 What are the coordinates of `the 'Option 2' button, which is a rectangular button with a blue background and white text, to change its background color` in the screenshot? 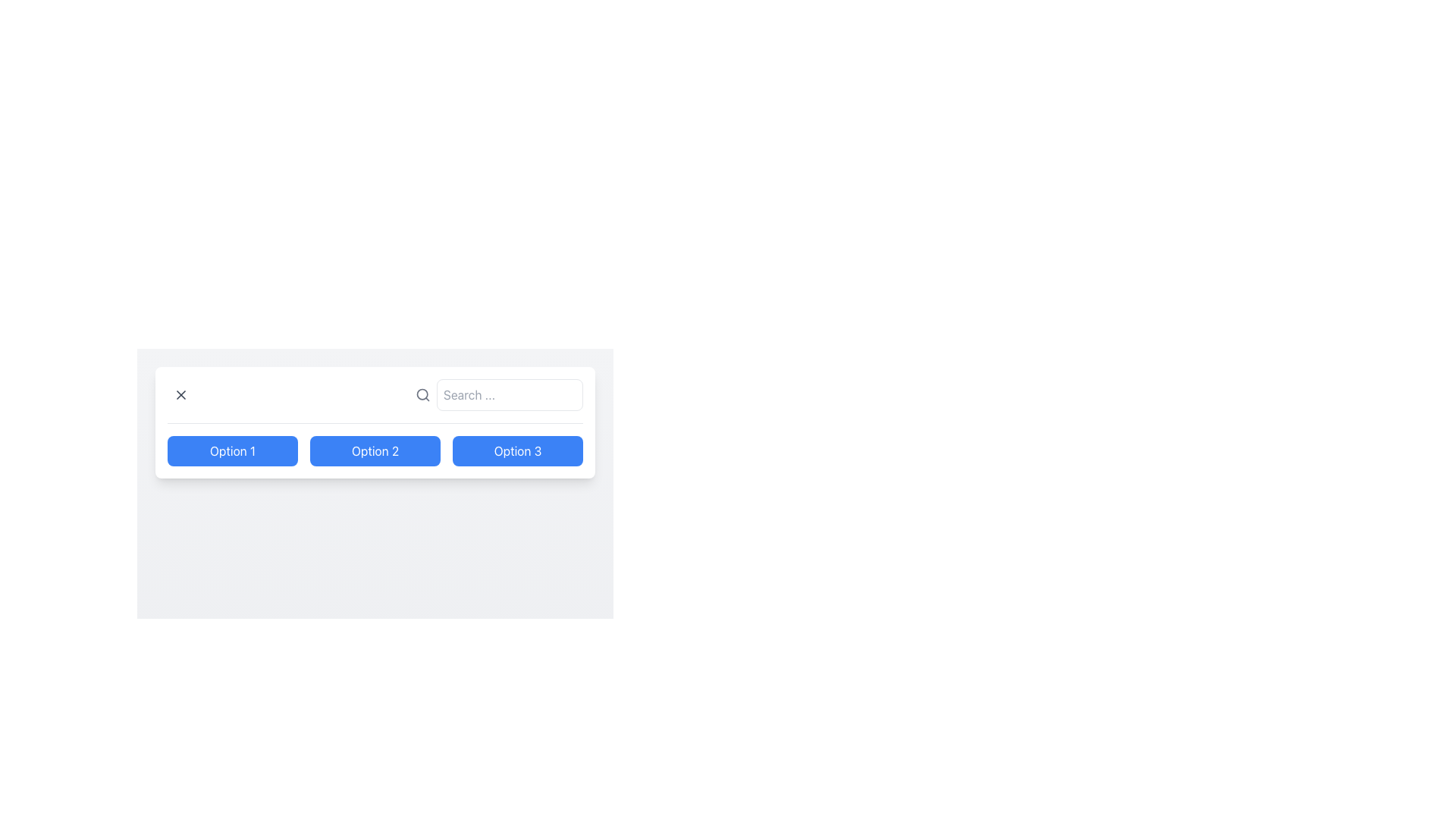 It's located at (375, 450).